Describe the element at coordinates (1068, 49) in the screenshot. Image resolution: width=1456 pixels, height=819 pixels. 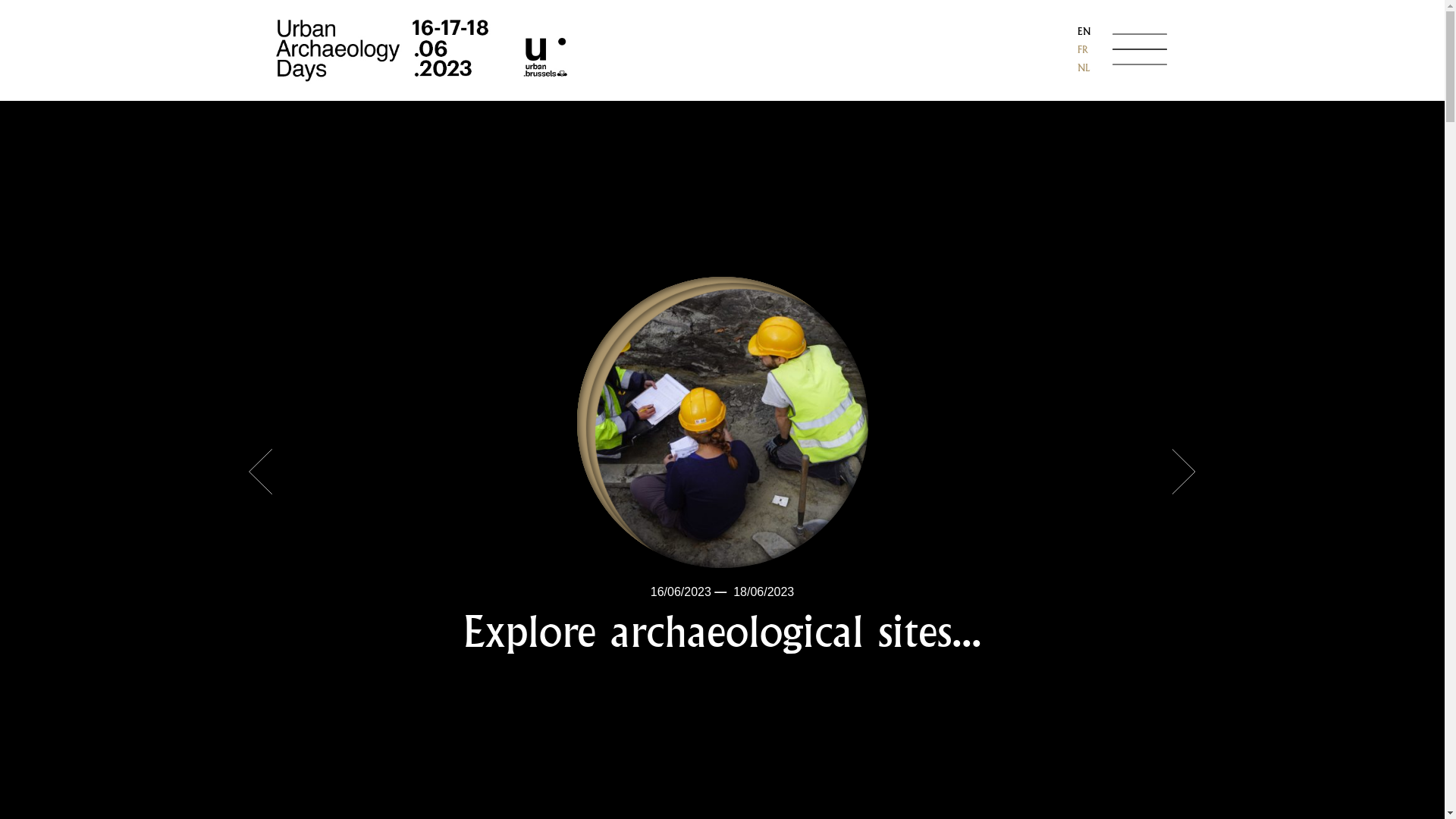
I see `'FR'` at that location.